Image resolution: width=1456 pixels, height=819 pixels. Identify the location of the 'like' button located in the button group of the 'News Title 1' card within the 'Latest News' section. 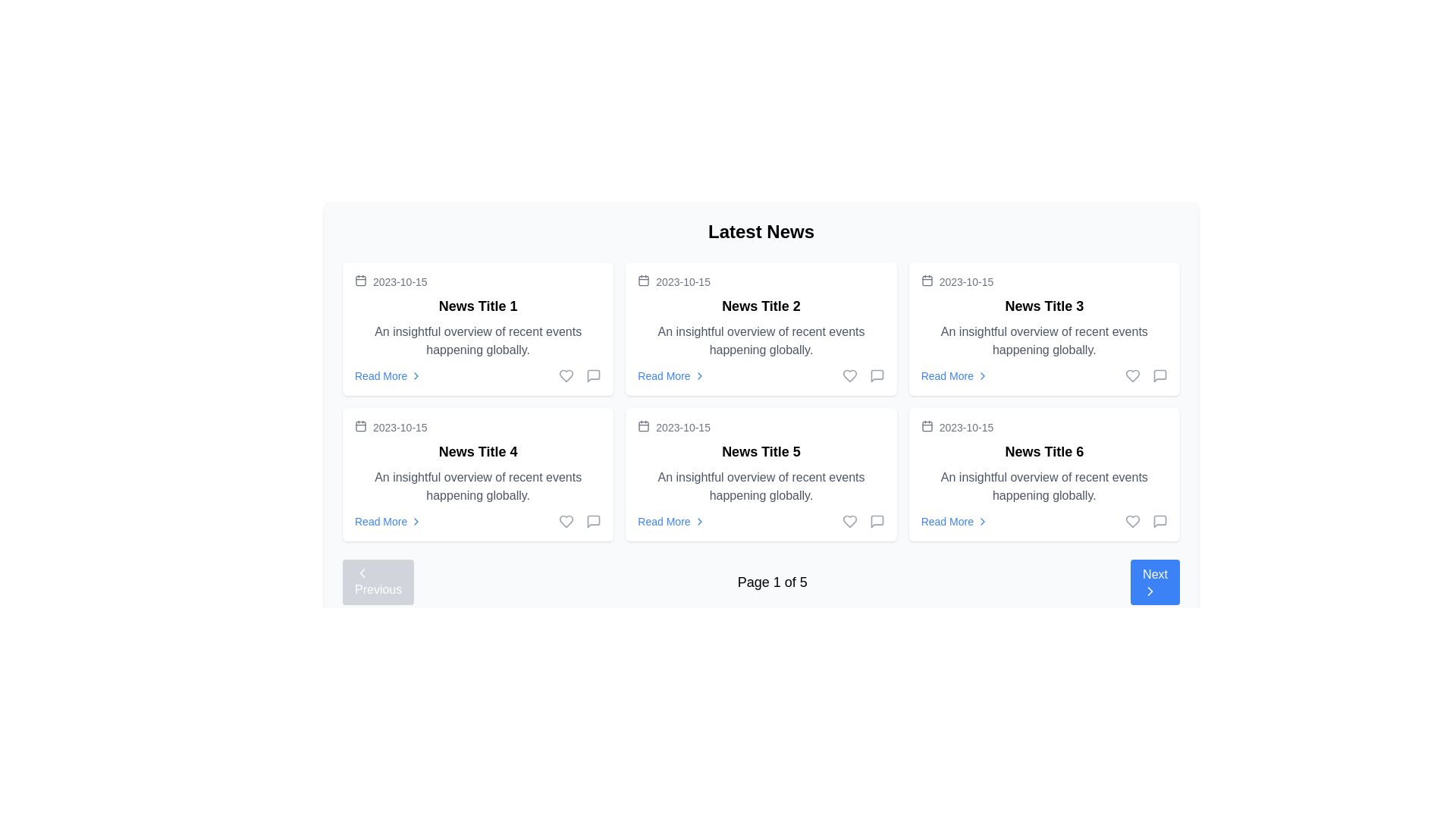
(566, 375).